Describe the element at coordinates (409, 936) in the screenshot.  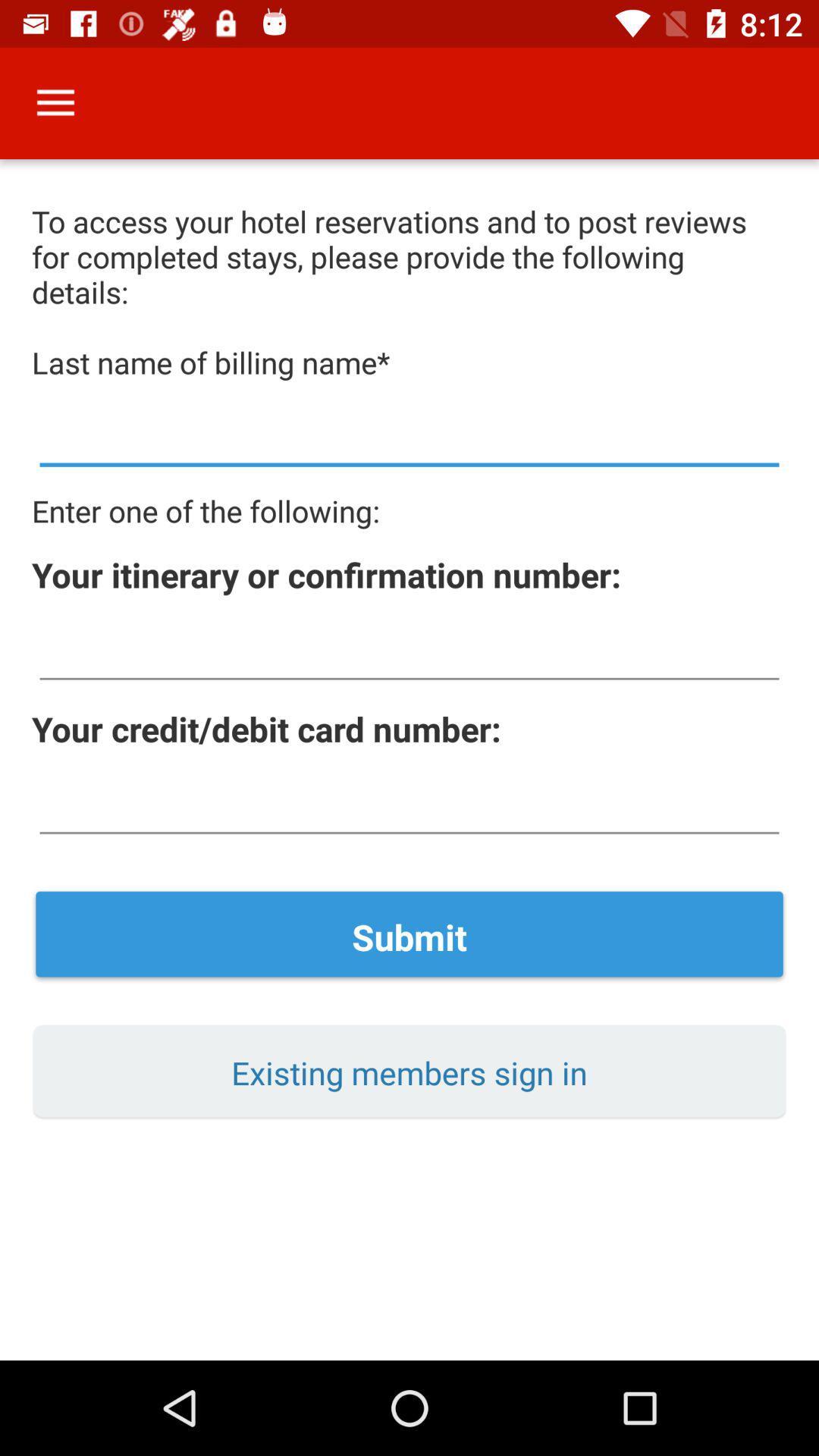
I see `the submit` at that location.